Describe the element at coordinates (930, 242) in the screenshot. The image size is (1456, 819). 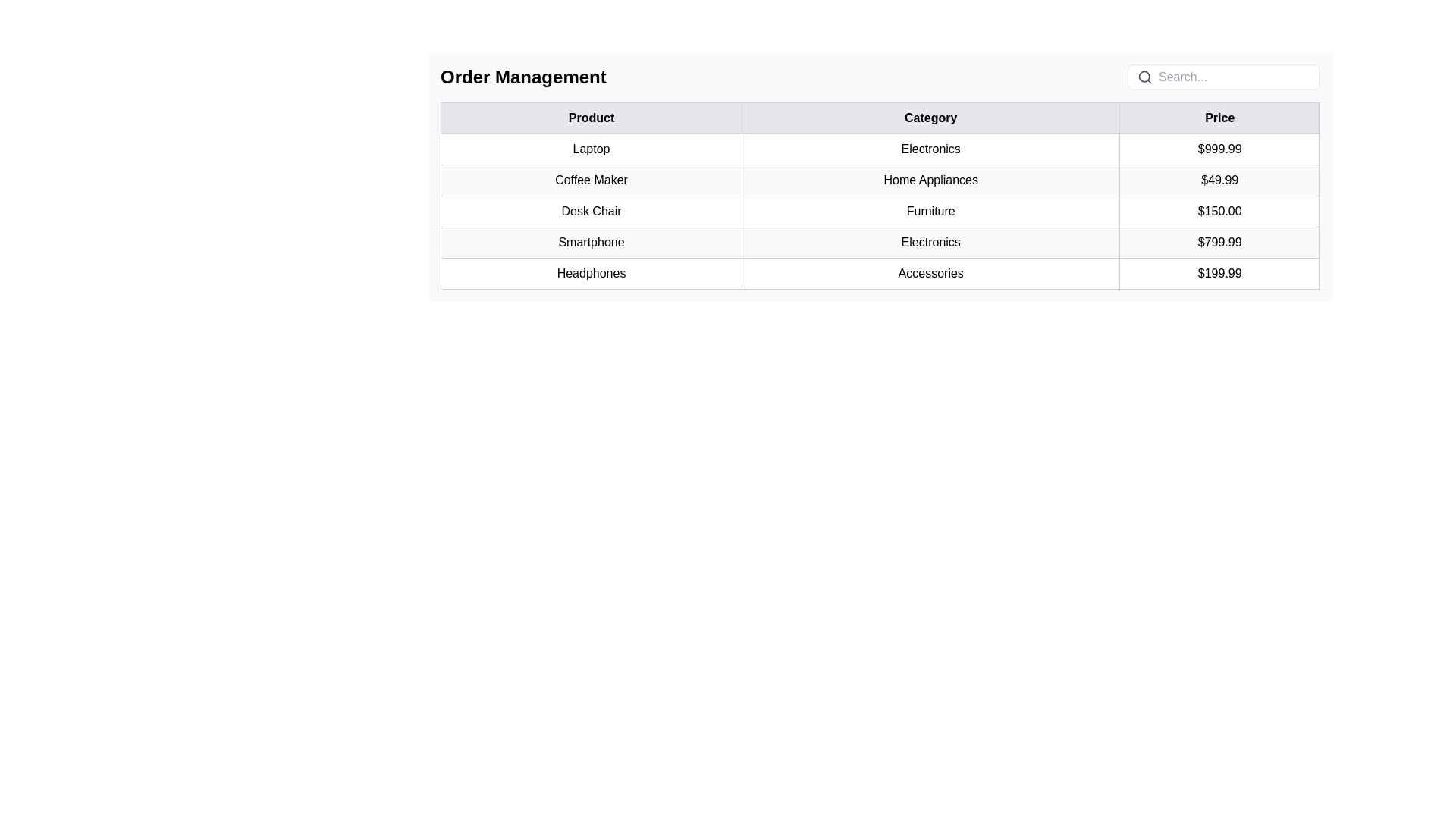
I see `the text label in the second column of the row labeled 'Smartphone' that contains the word 'Electronics'` at that location.